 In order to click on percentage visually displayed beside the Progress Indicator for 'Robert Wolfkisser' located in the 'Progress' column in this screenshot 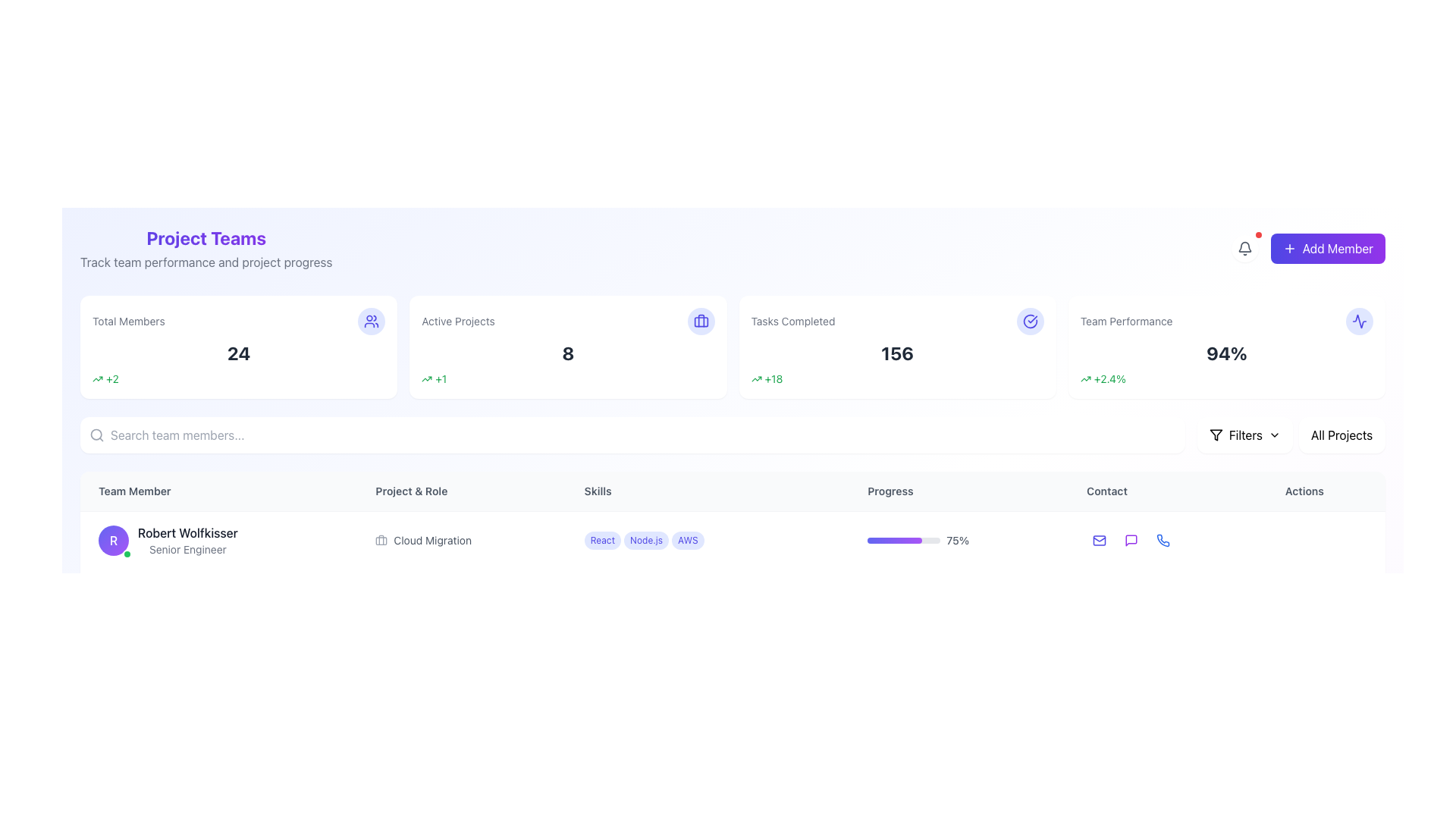, I will do `click(958, 540)`.